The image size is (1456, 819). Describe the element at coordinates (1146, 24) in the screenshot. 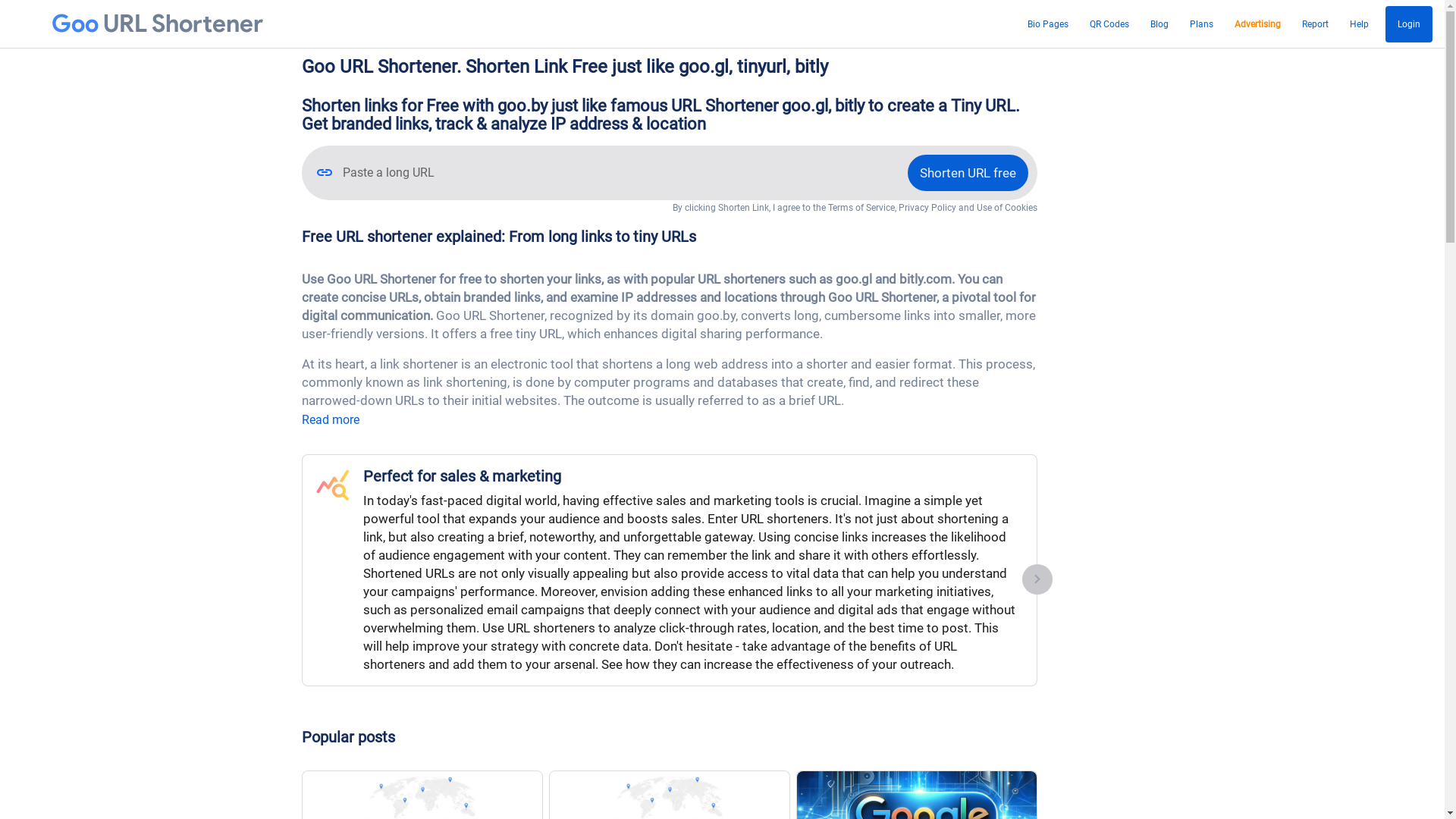

I see `'Blog'` at that location.